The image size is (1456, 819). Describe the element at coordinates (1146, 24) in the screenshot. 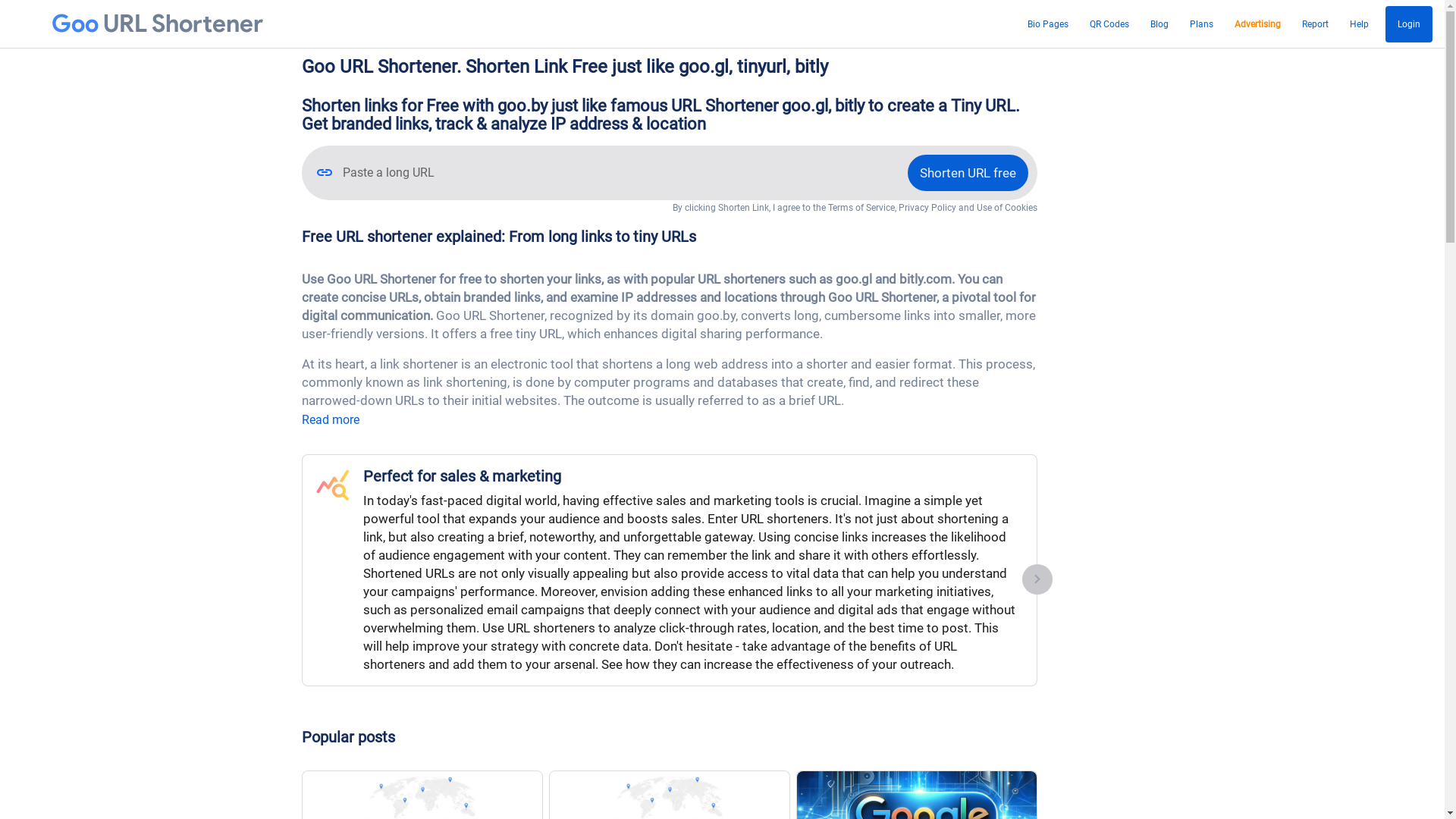

I see `'Blog'` at that location.